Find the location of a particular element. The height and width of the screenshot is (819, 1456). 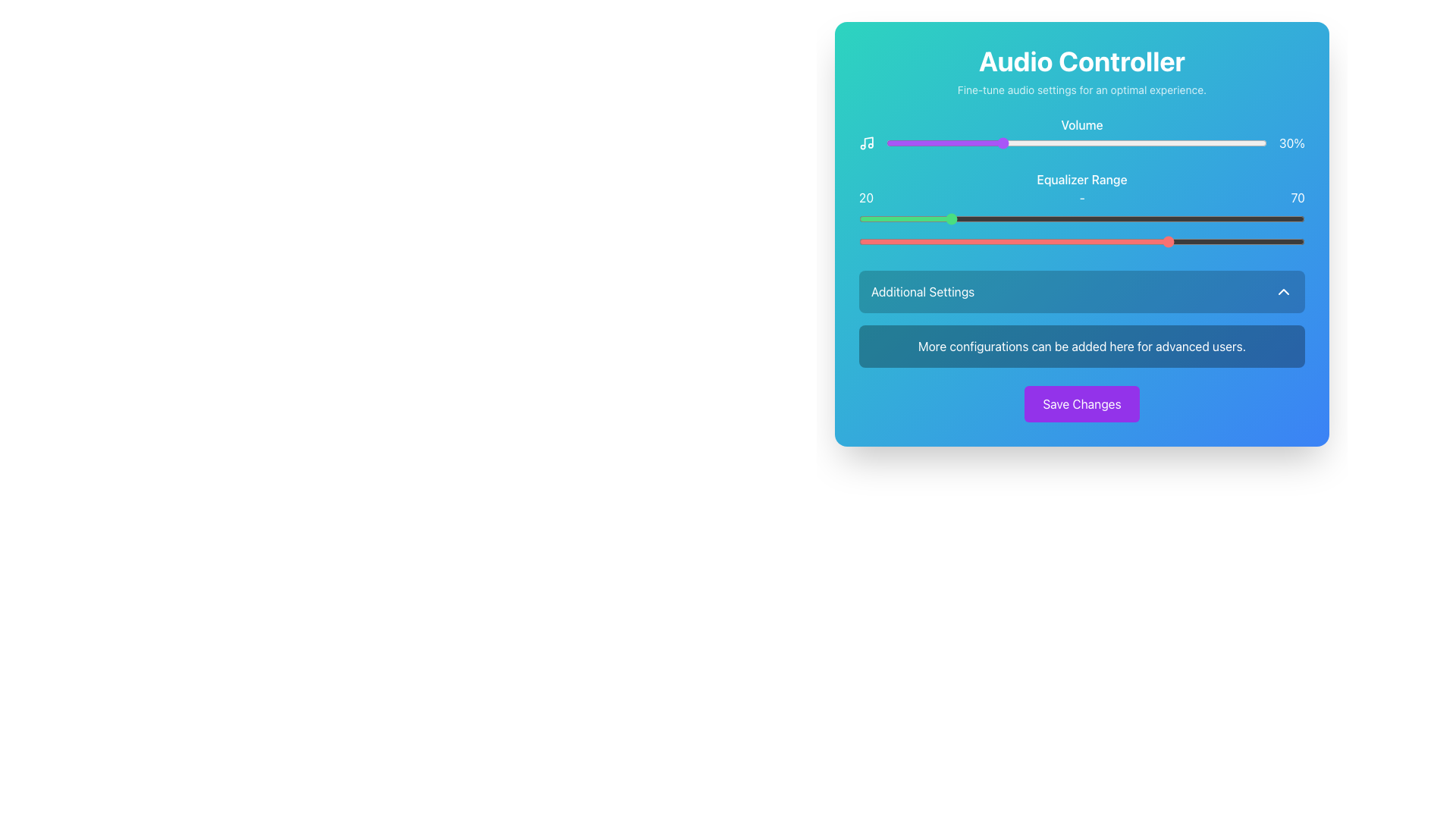

the musical note icon with a white outline on a gradient teal-blue background, located in the top-left corner of the 'Audio Controller' UI panel is located at coordinates (867, 143).